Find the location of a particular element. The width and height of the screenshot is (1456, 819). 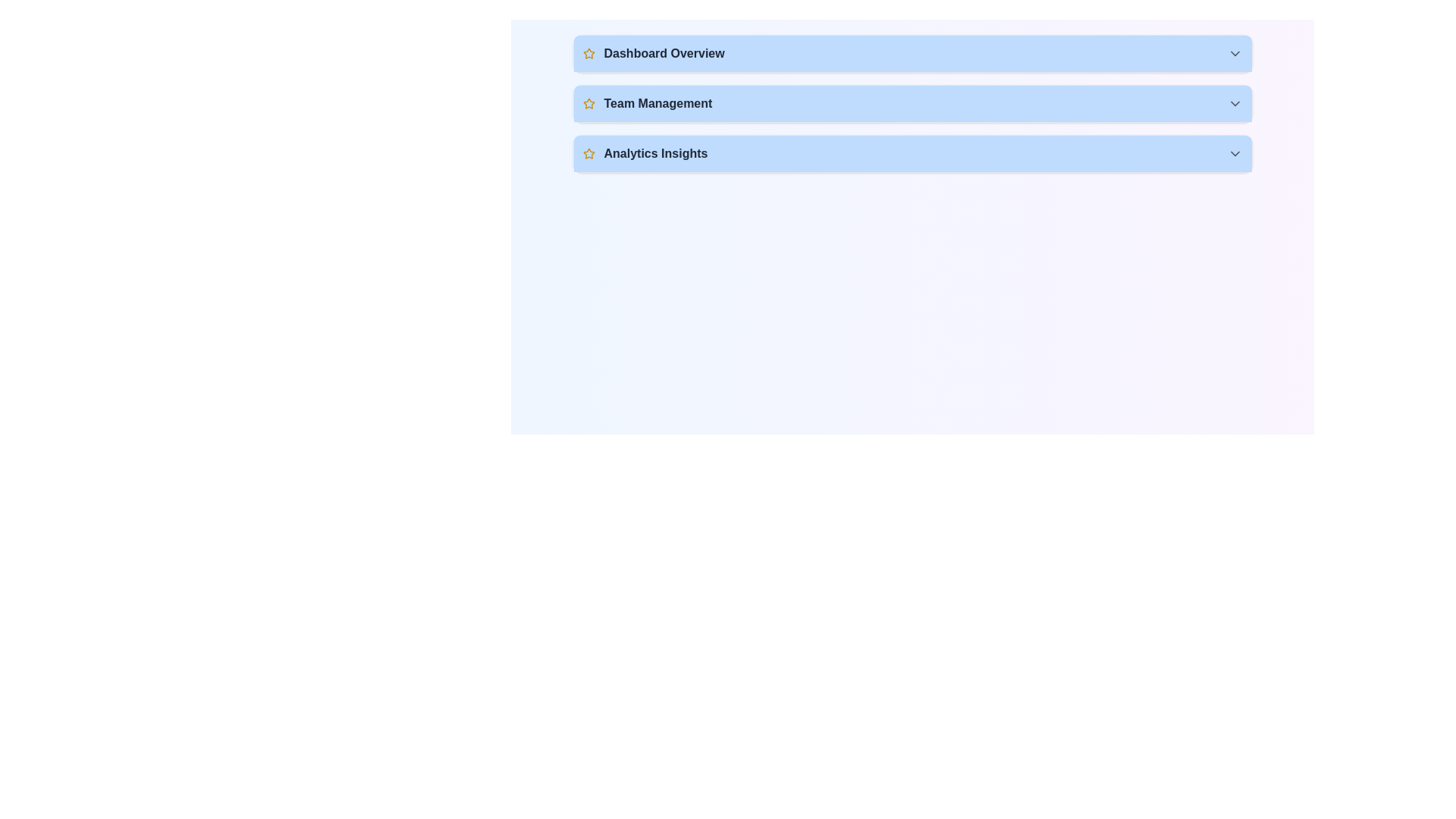

the 'Analytics Insights' text label with a yellow star icon is located at coordinates (645, 154).